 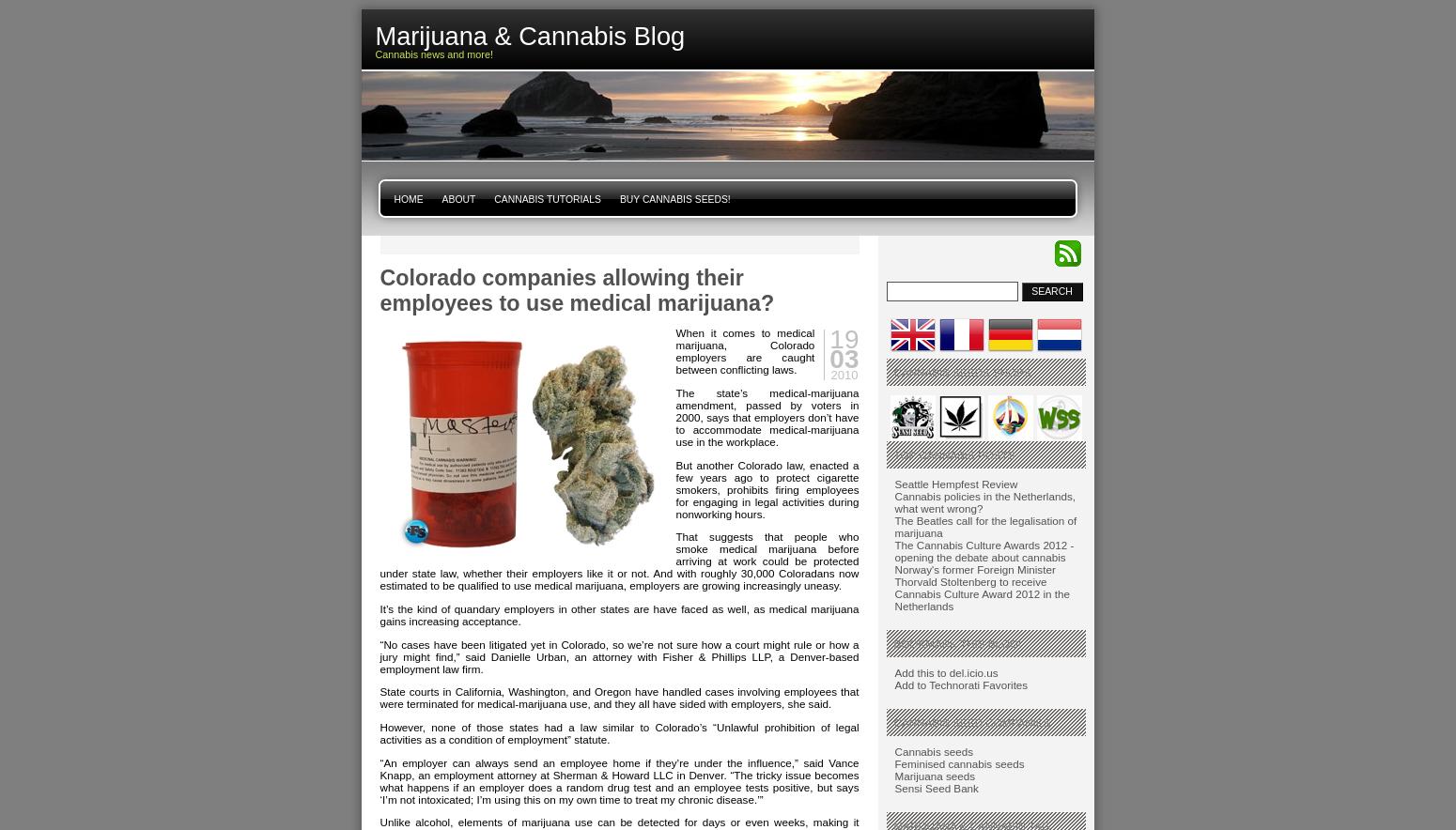 I want to click on 'Seattle Hempfest Review', so click(x=955, y=483).